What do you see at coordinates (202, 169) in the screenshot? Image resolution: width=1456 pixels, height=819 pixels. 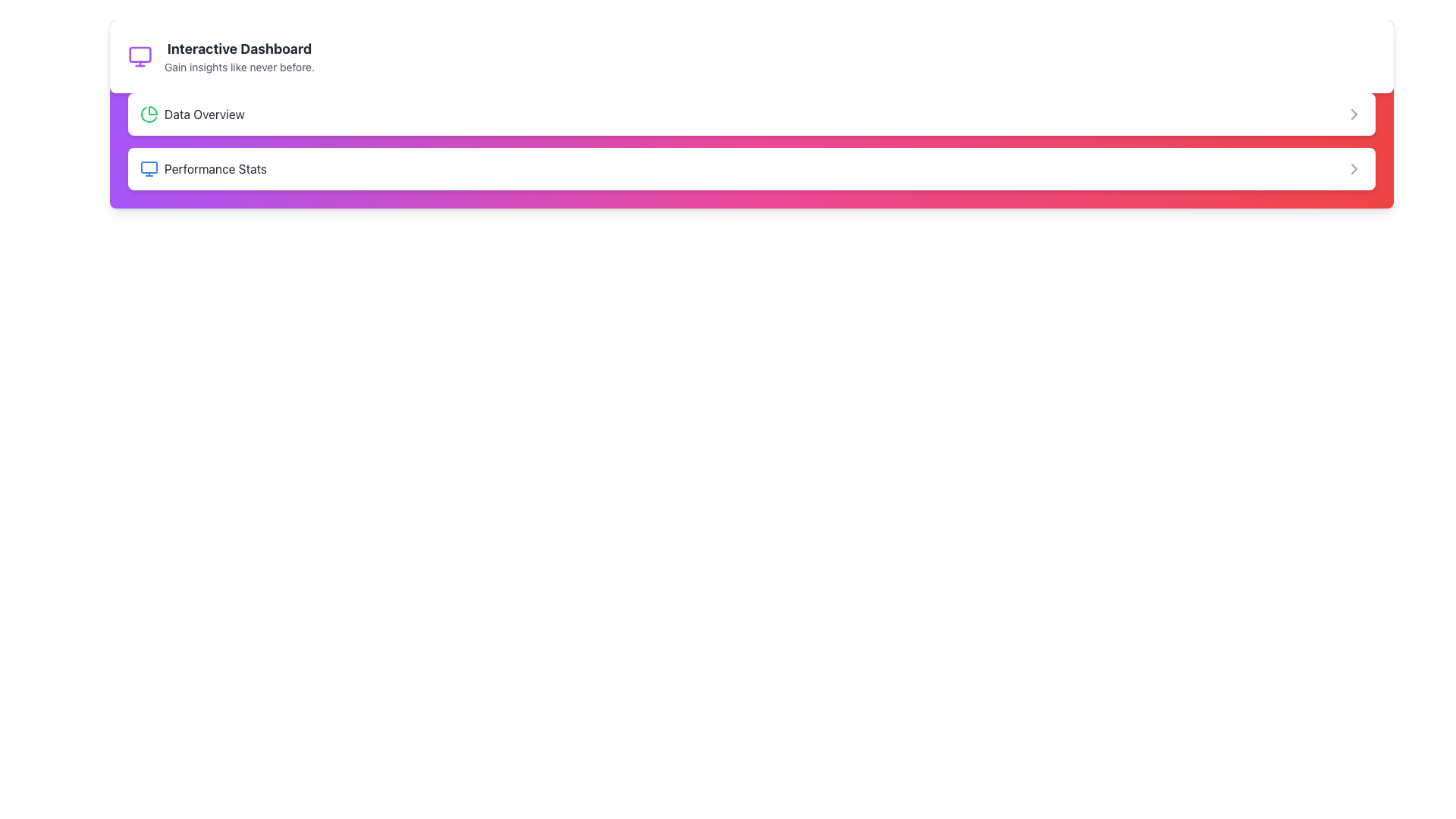 I see `the 'Performance Stats' group element, which includes a blue-tinted monitor icon and dark gray text` at bounding box center [202, 169].